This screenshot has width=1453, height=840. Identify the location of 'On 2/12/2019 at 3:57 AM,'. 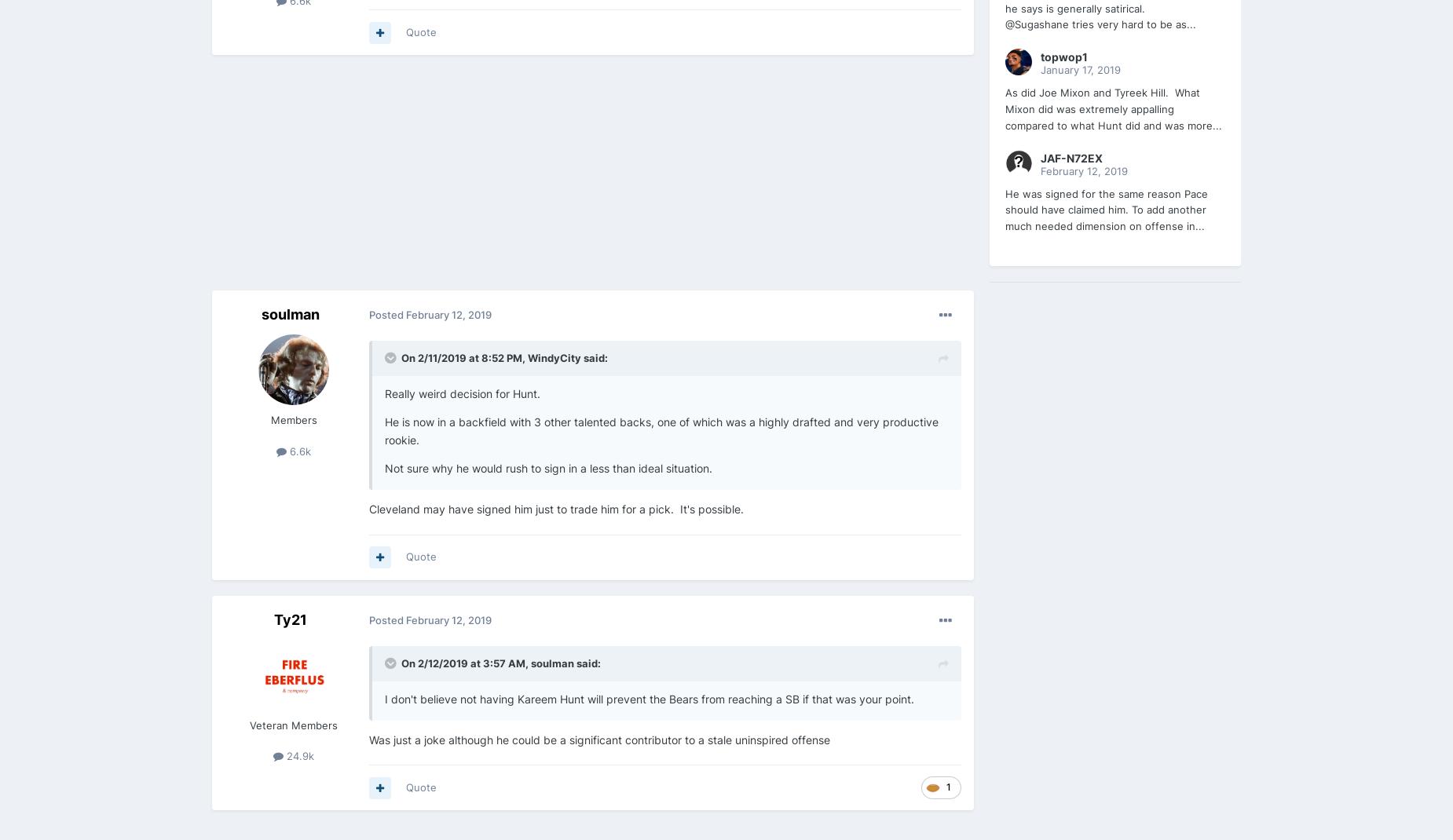
(466, 663).